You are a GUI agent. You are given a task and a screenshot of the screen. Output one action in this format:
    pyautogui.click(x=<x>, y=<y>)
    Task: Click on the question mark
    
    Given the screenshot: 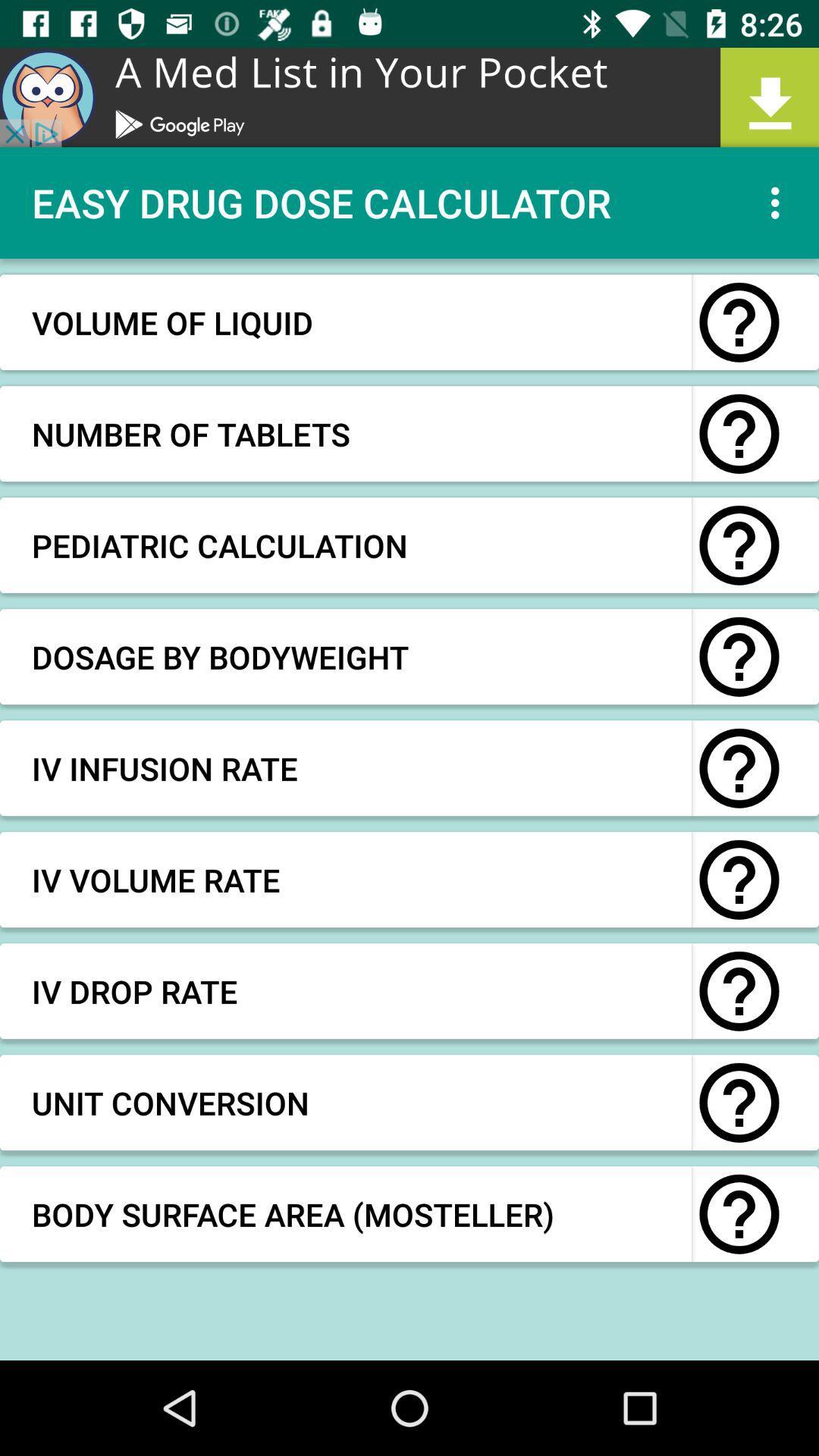 What is the action you would take?
    pyautogui.click(x=739, y=1214)
    